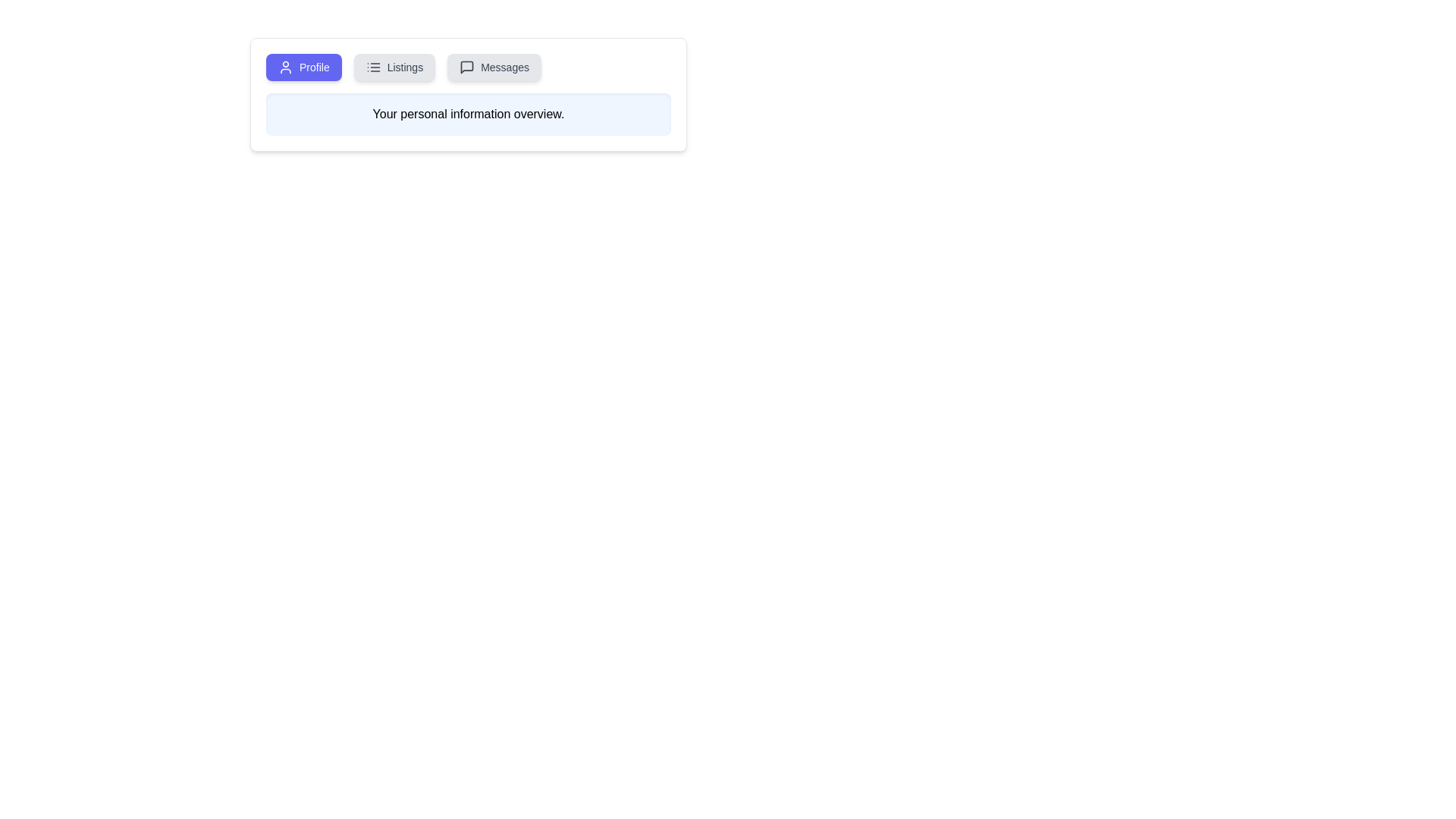 Image resolution: width=1456 pixels, height=819 pixels. What do you see at coordinates (303, 66) in the screenshot?
I see `the Profile tab by clicking on it` at bounding box center [303, 66].